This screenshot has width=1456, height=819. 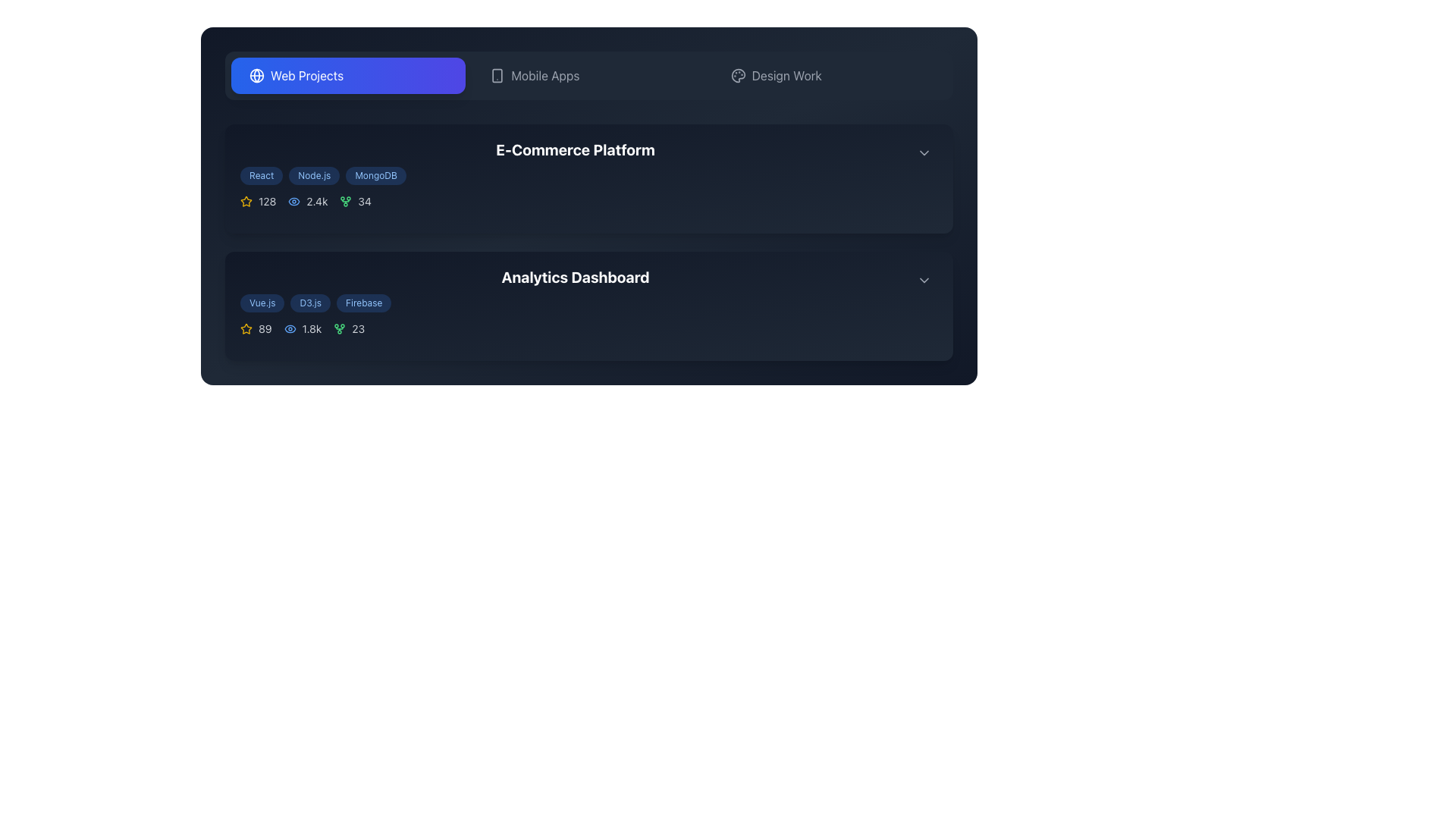 I want to click on the painter's palette icon located in the 'Design Work' section of the menu bar, so click(x=738, y=76).